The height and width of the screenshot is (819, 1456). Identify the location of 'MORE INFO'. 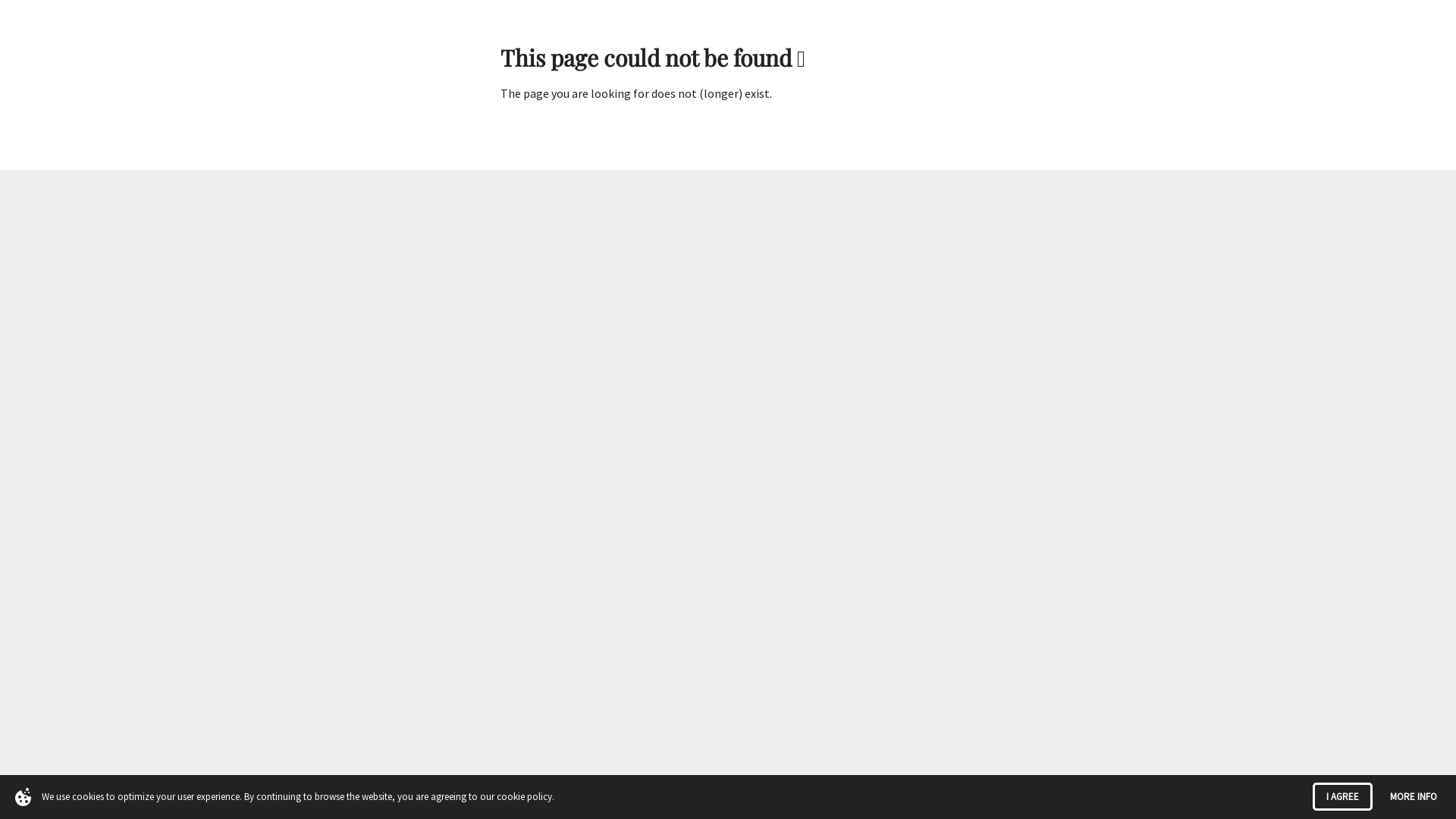
(1412, 795).